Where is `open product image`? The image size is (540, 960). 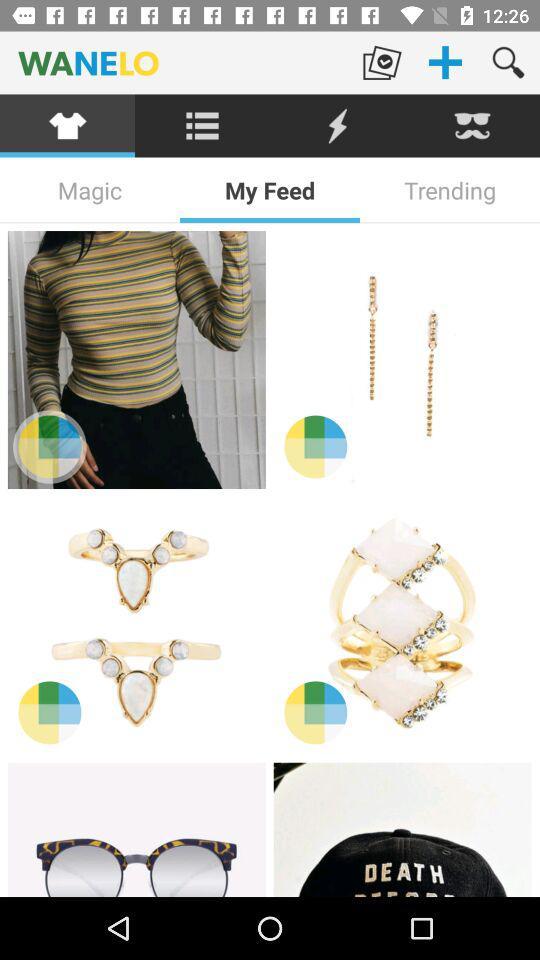
open product image is located at coordinates (402, 360).